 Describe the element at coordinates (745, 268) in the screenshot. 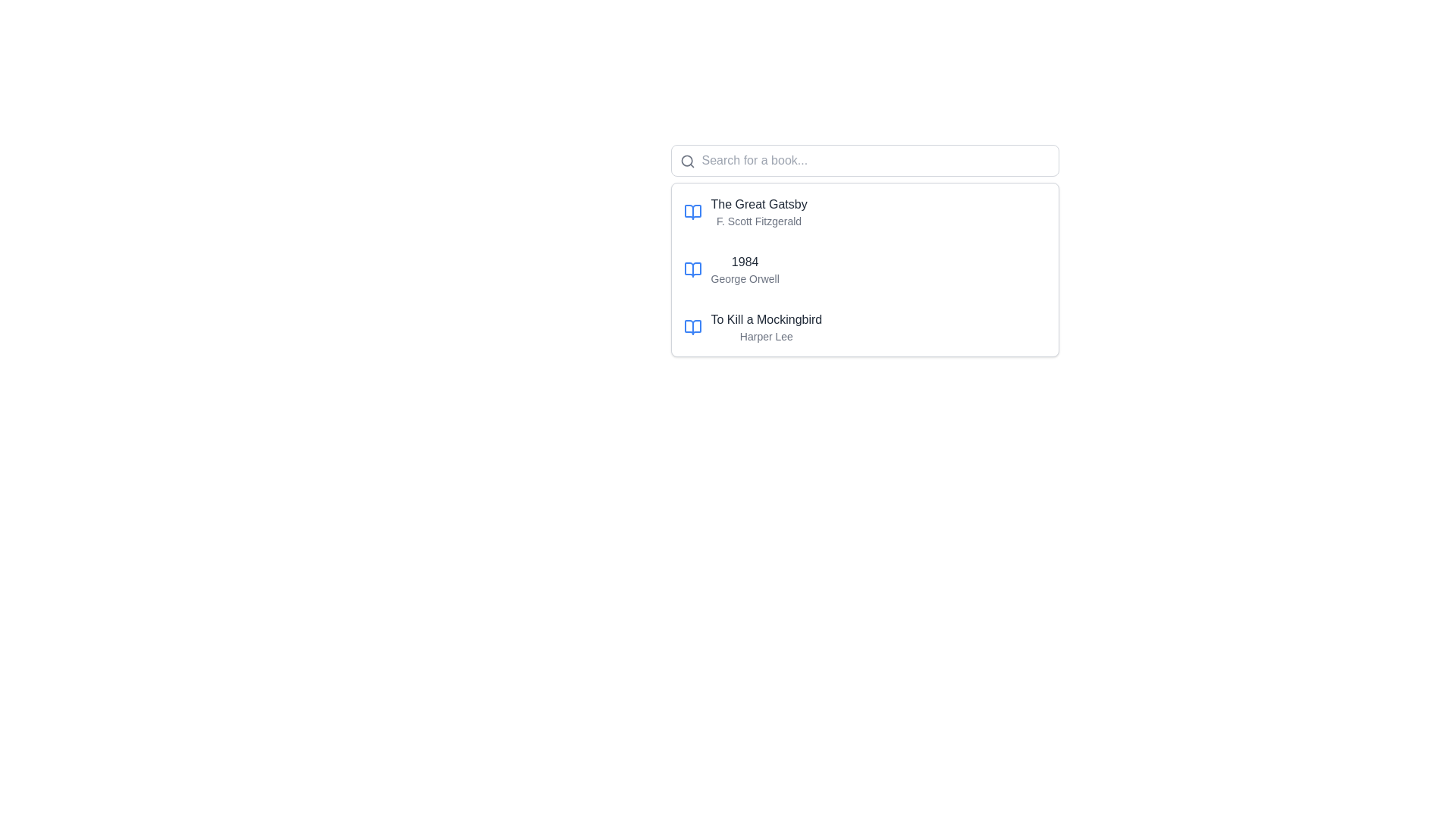

I see `the static text element displaying the book title '1984' by author George Orwell, which is centrally positioned in a vertical list of book listings` at that location.